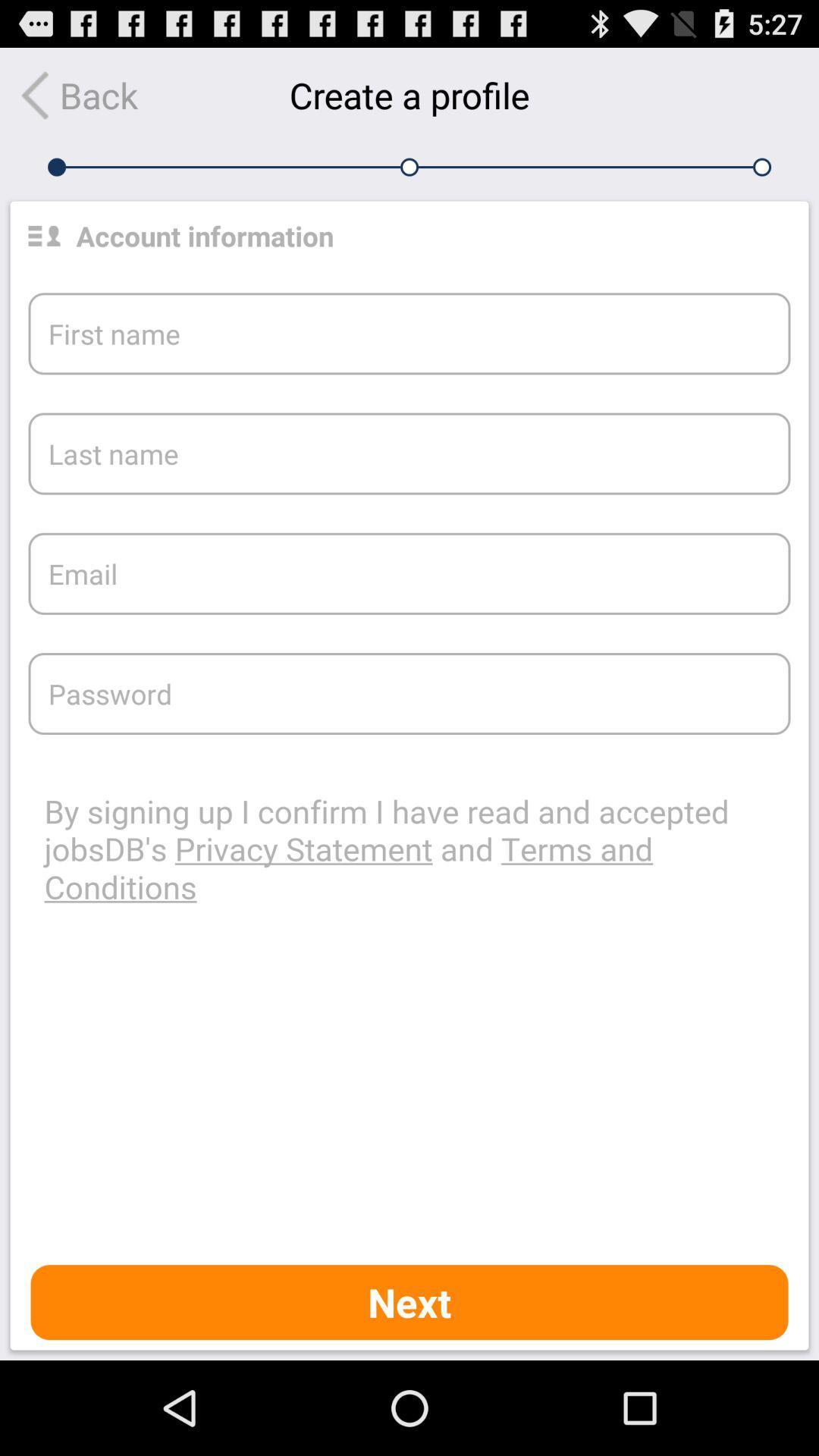  I want to click on icon in the first row, so click(43, 235).